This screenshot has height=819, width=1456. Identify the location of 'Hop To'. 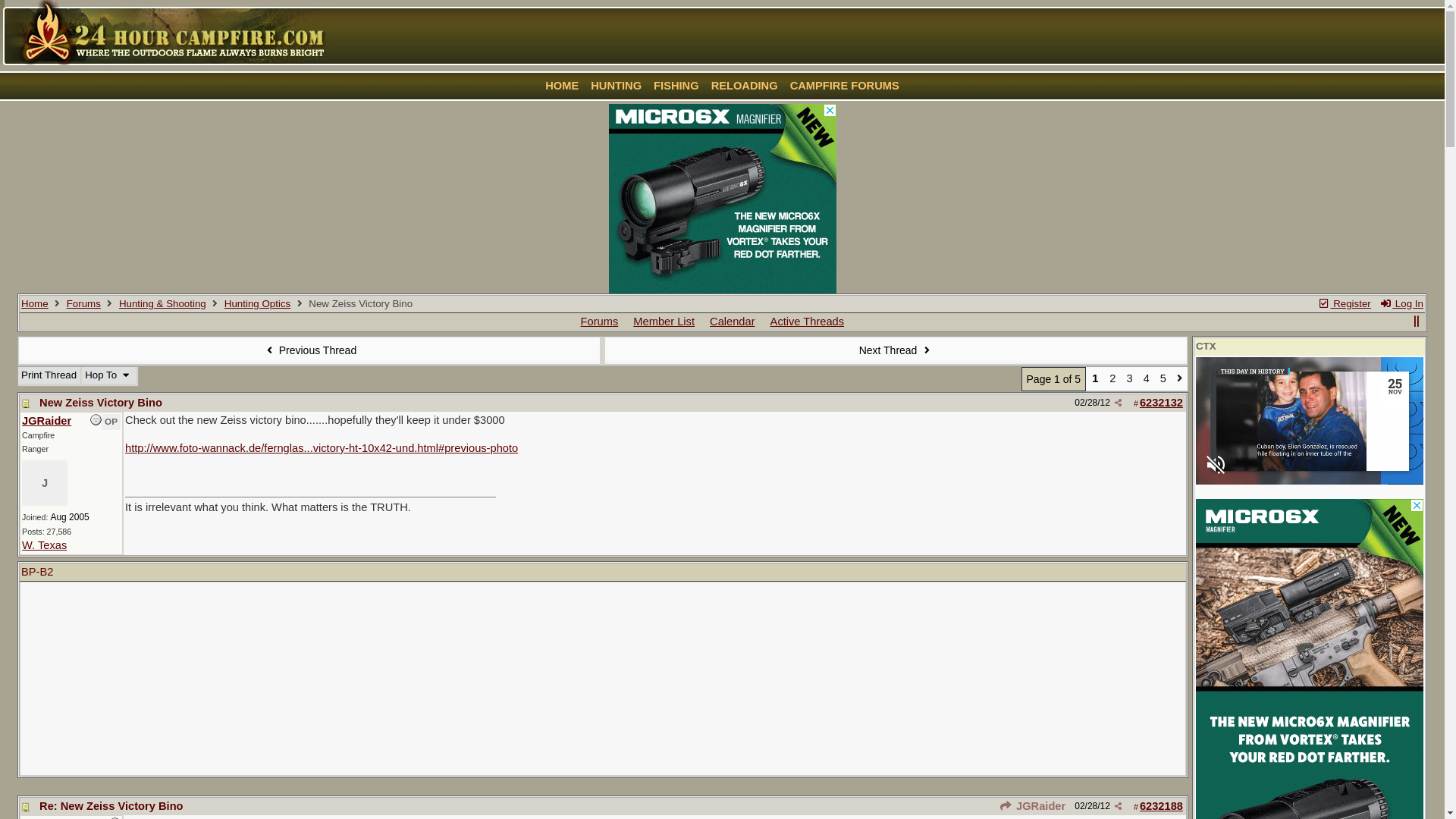
(108, 375).